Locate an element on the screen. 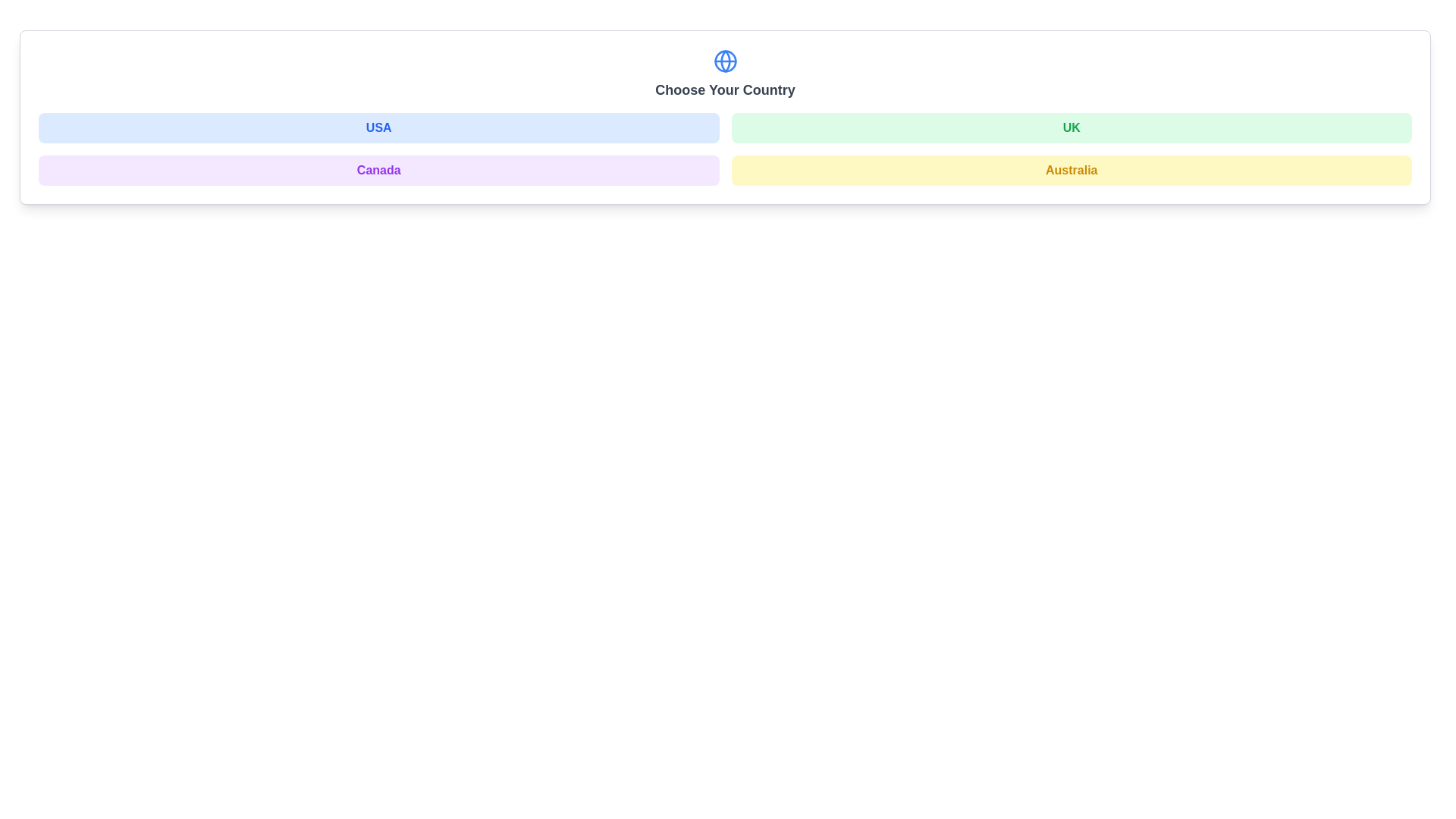 This screenshot has height=819, width=1456. the blue stroked circular SVG element that represents a globe, located above the text 'Choose Your Country.' is located at coordinates (724, 61).